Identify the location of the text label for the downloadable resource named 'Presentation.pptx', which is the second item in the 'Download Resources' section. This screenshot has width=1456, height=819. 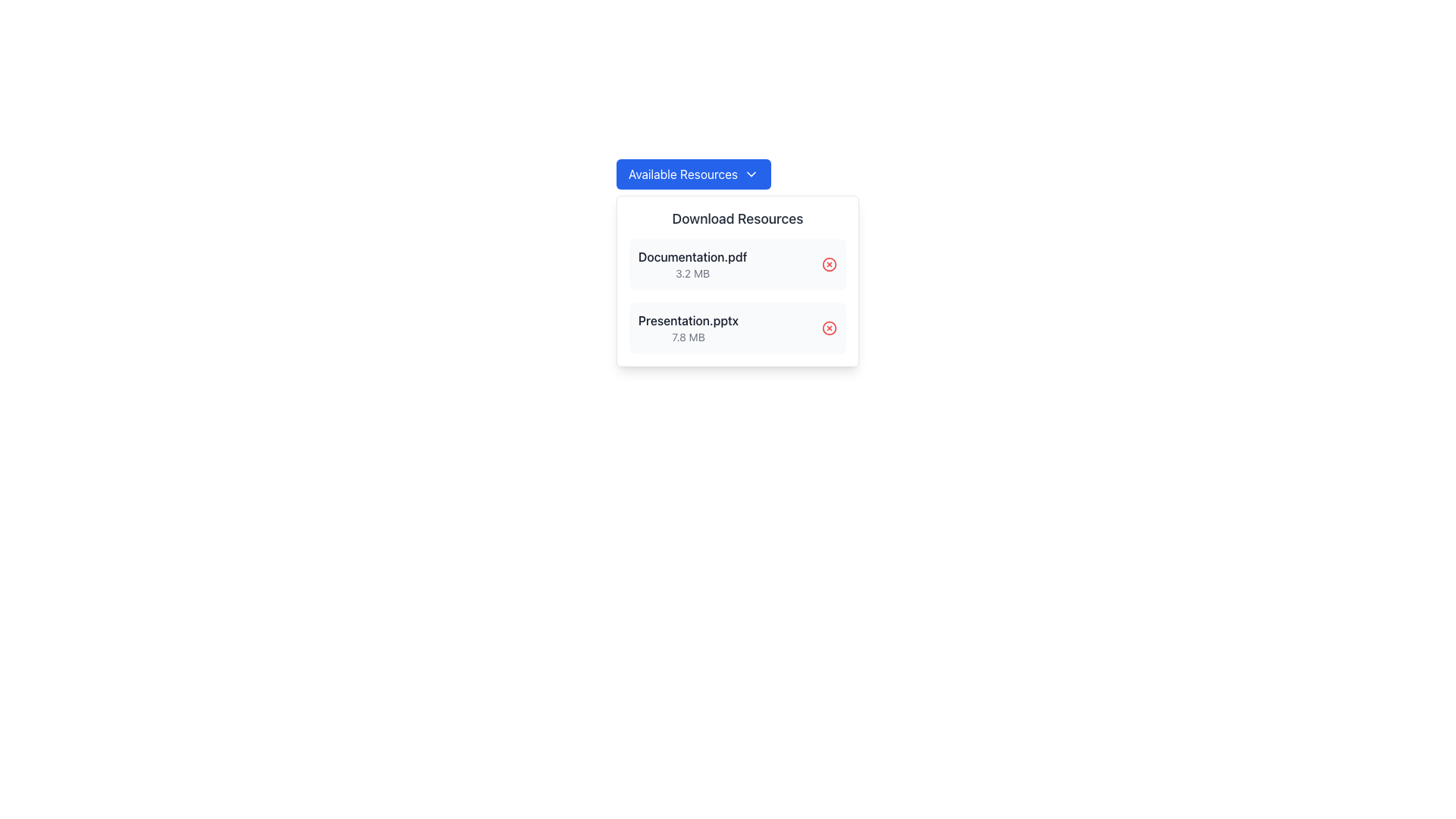
(687, 320).